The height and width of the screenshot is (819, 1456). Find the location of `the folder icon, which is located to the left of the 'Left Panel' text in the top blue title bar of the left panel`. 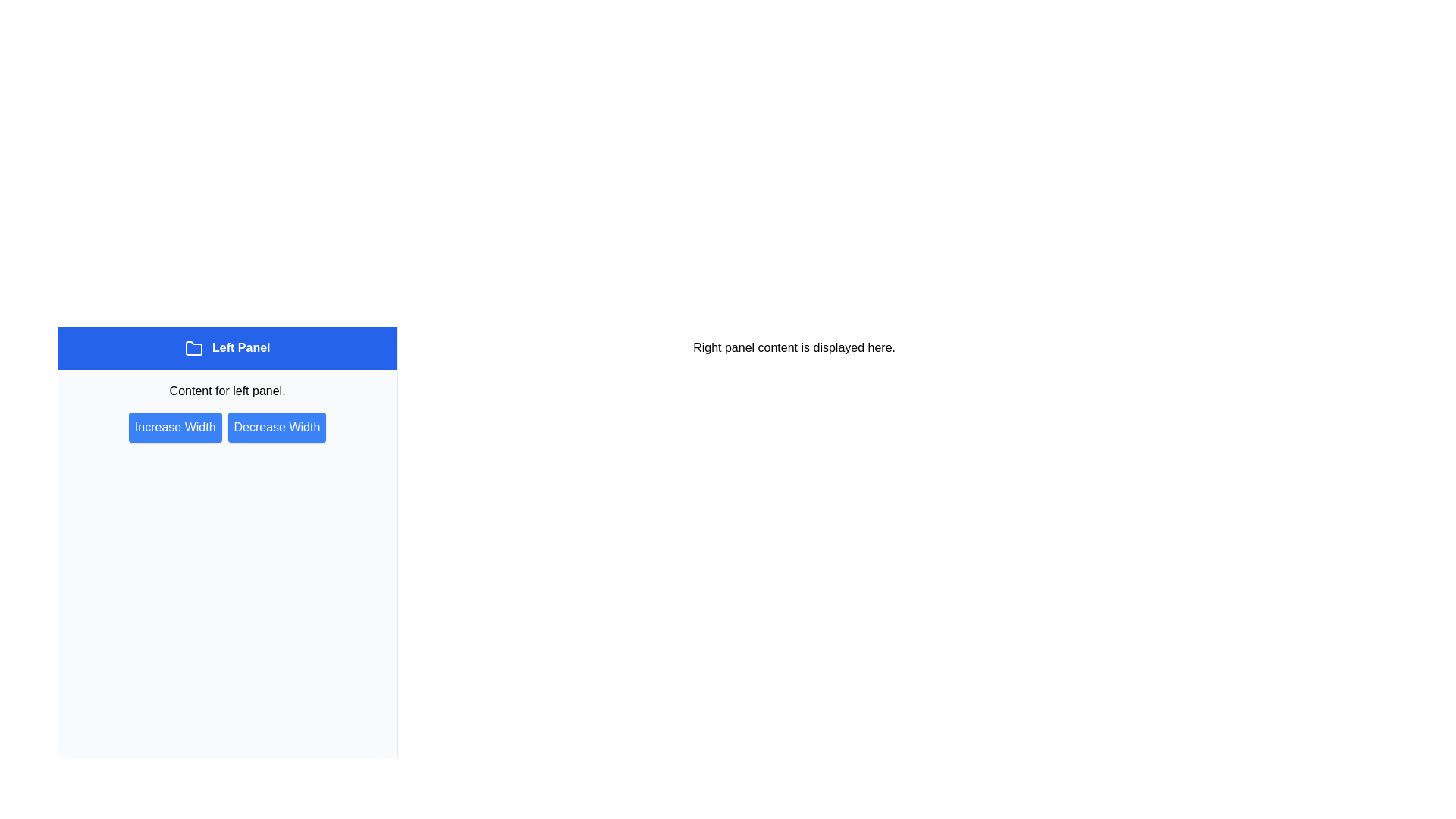

the folder icon, which is located to the left of the 'Left Panel' text in the top blue title bar of the left panel is located at coordinates (193, 348).